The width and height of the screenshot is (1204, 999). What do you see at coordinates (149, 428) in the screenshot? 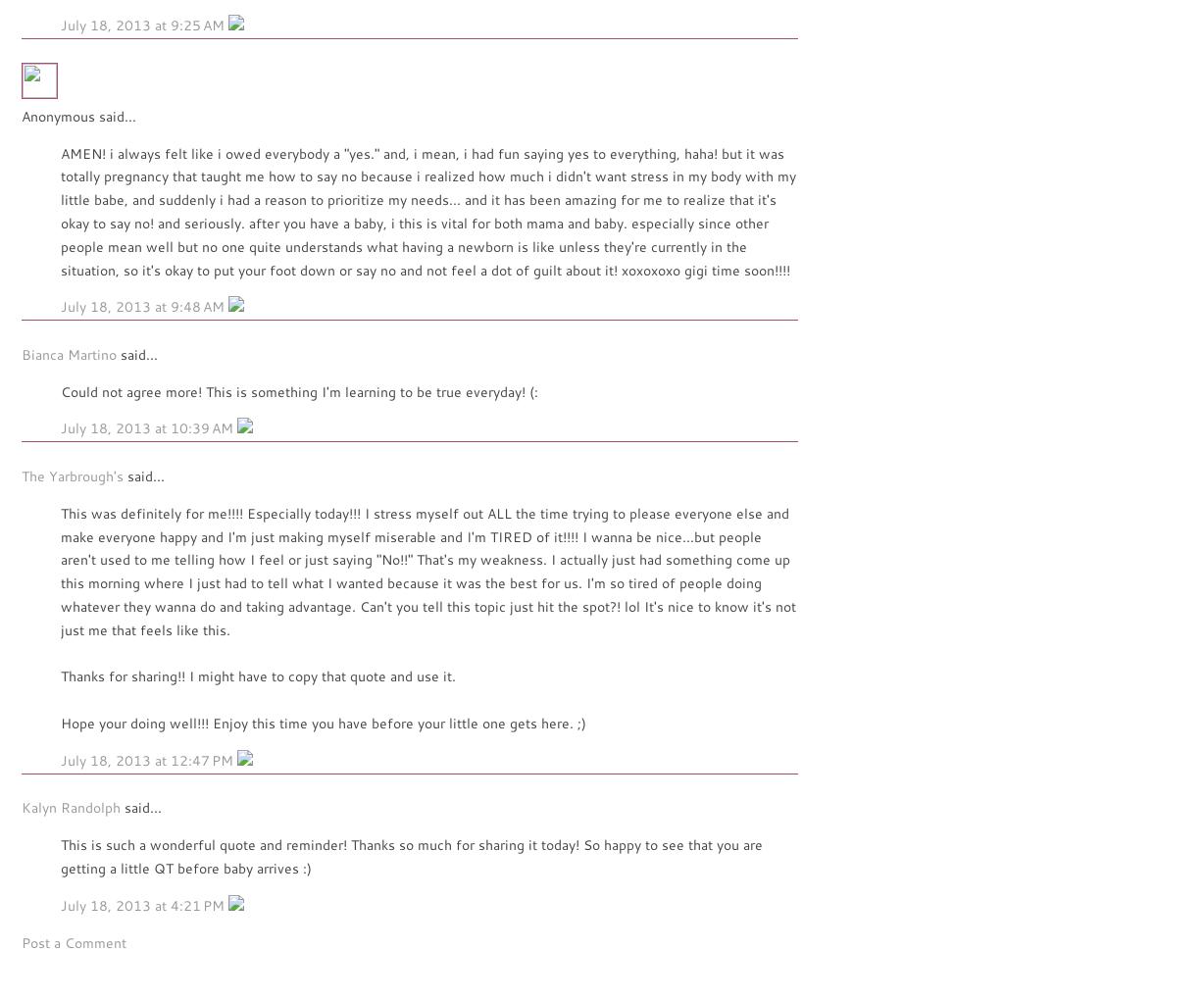
I see `'July 18, 2013 at 10:39 AM'` at bounding box center [149, 428].